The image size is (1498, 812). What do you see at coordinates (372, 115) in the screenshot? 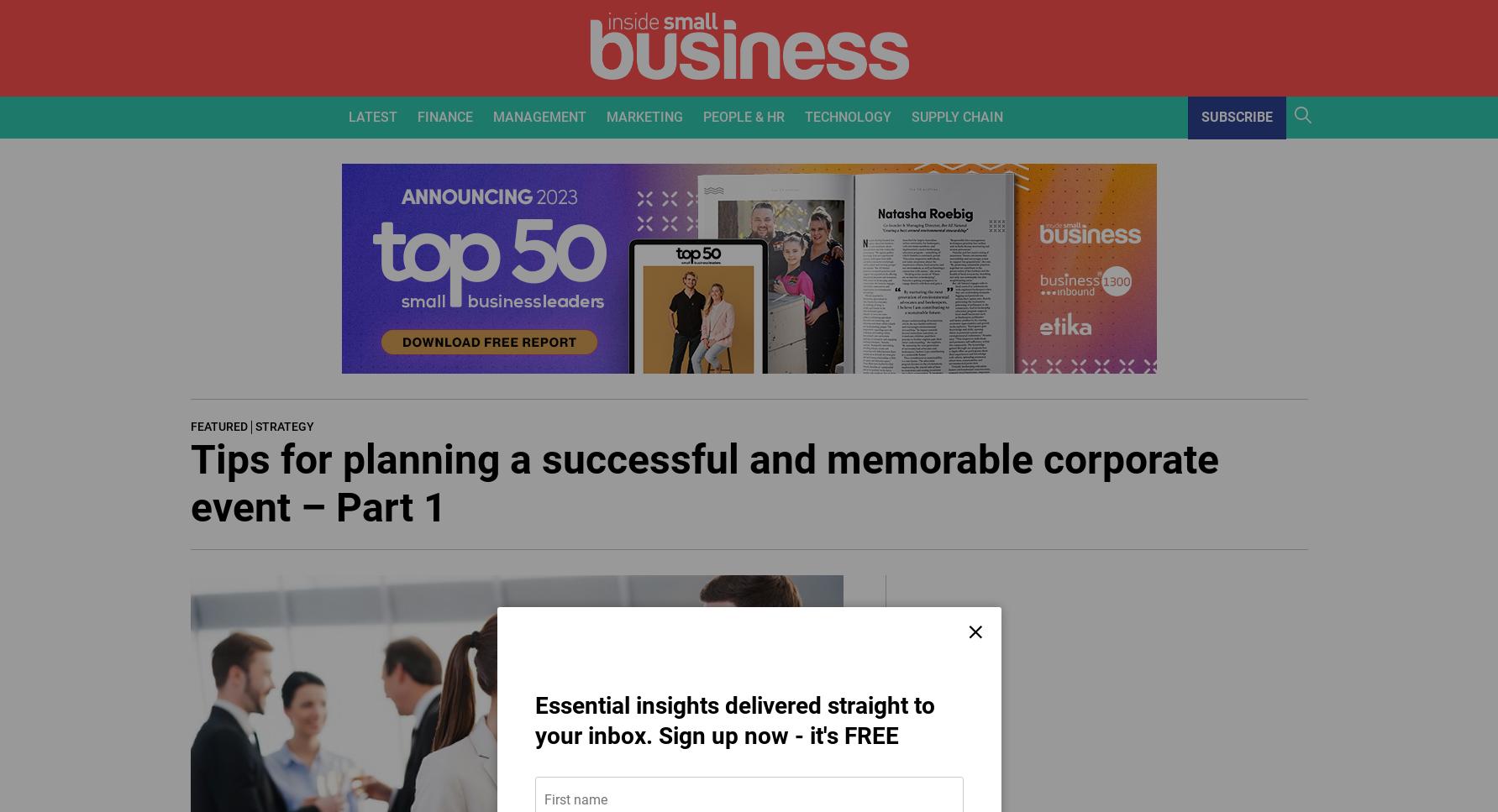
I see `'Latest'` at bounding box center [372, 115].